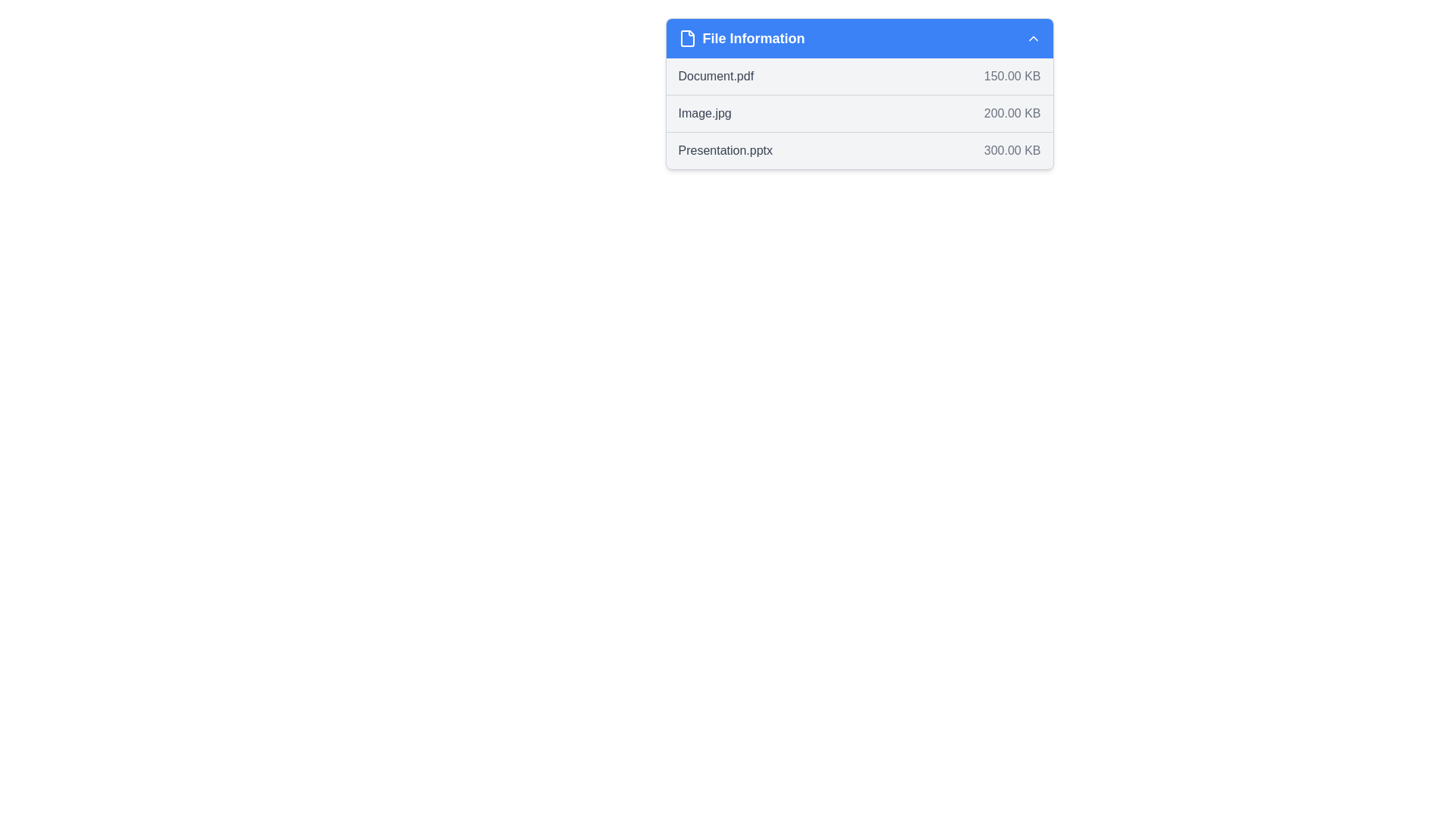 The height and width of the screenshot is (819, 1456). What do you see at coordinates (1012, 113) in the screenshot?
I see `the static text element displaying '200.00 KB', which indicates the file size in the second row of the table under the 'File Information' header, located to the right of 'Image.jpg'` at bounding box center [1012, 113].